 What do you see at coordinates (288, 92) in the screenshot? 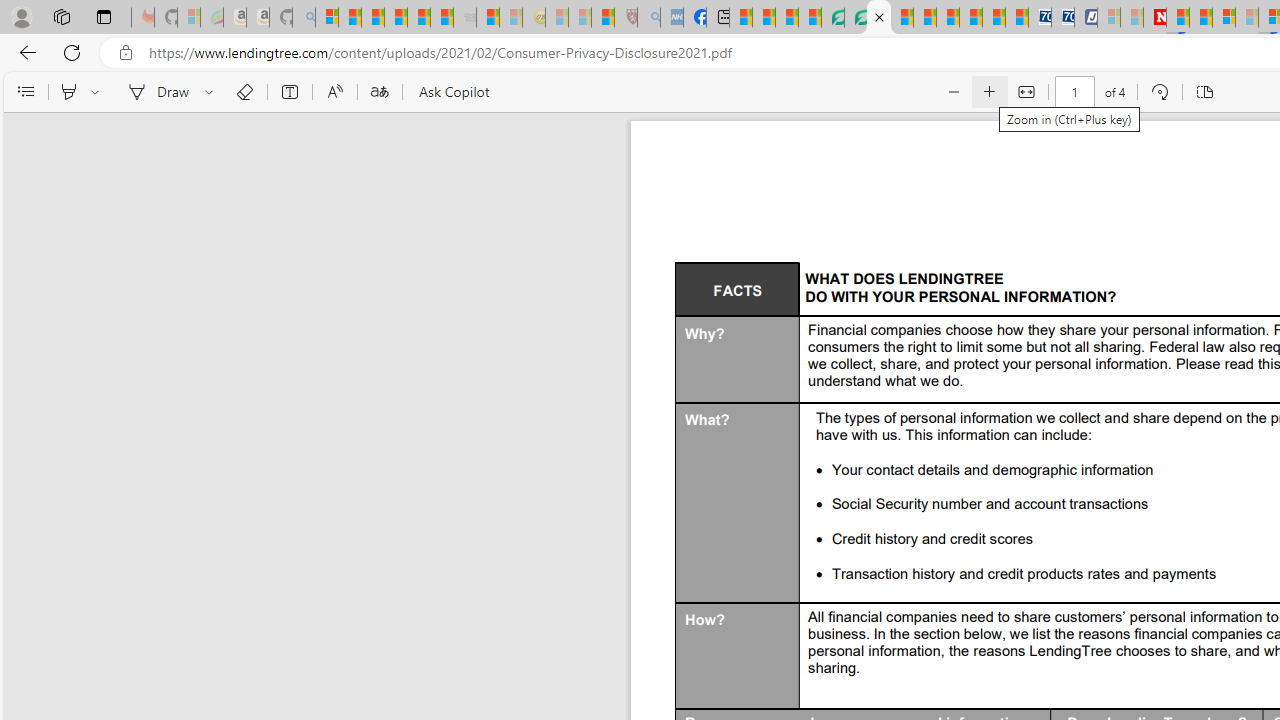
I see `'Add text'` at bounding box center [288, 92].